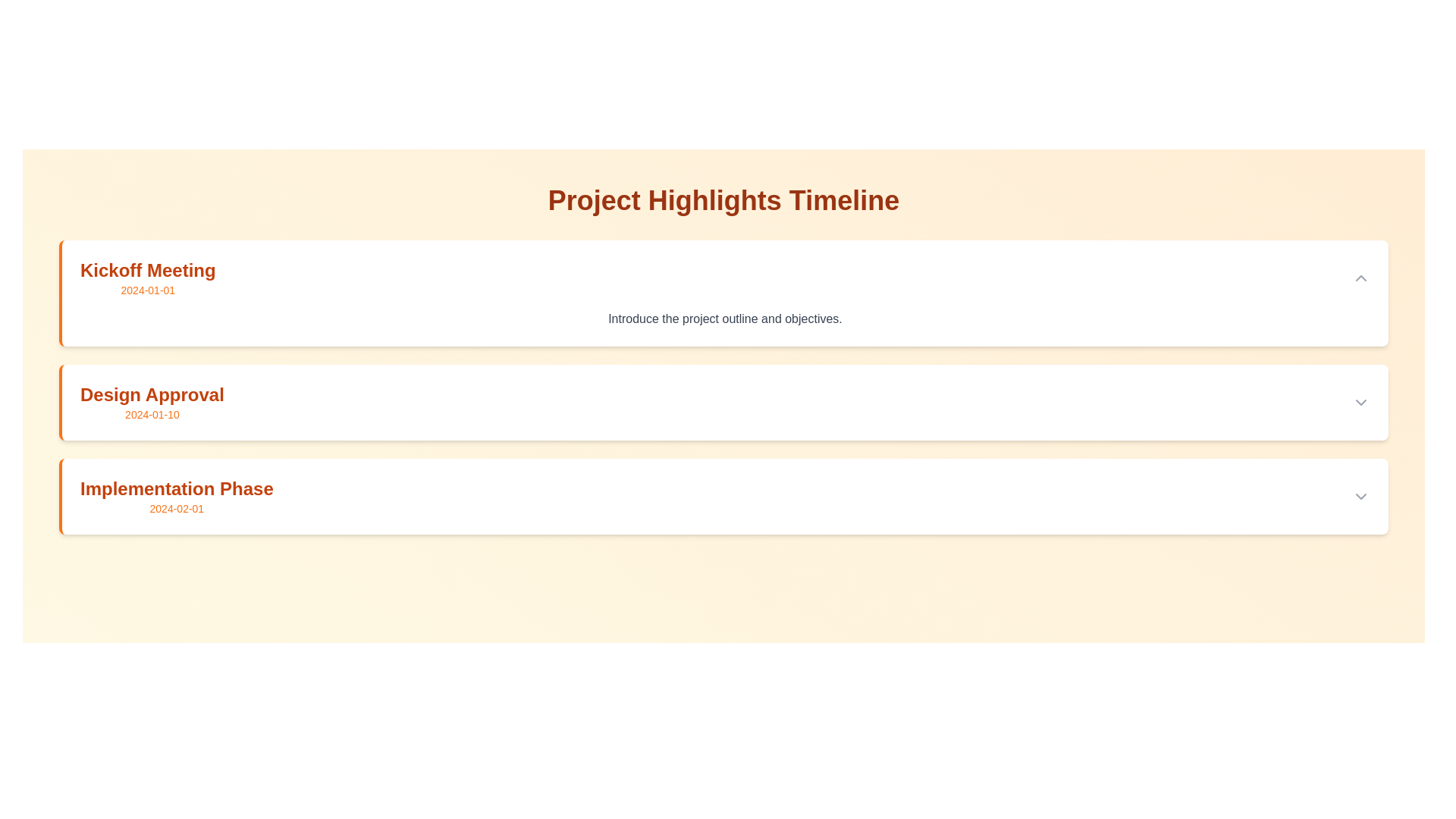  Describe the element at coordinates (1361, 402) in the screenshot. I see `the downward-pointing chevron icon in the 'Design Approval' panel of the 'Project Highlights Timeline' section` at that location.